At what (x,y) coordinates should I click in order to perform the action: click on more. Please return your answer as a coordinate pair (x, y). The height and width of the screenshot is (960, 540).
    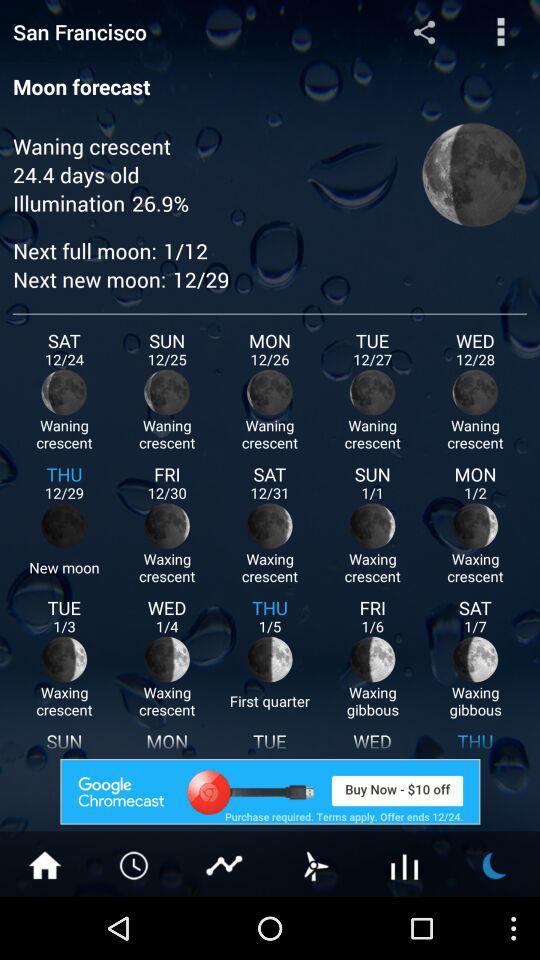
    Looking at the image, I should click on (135, 863).